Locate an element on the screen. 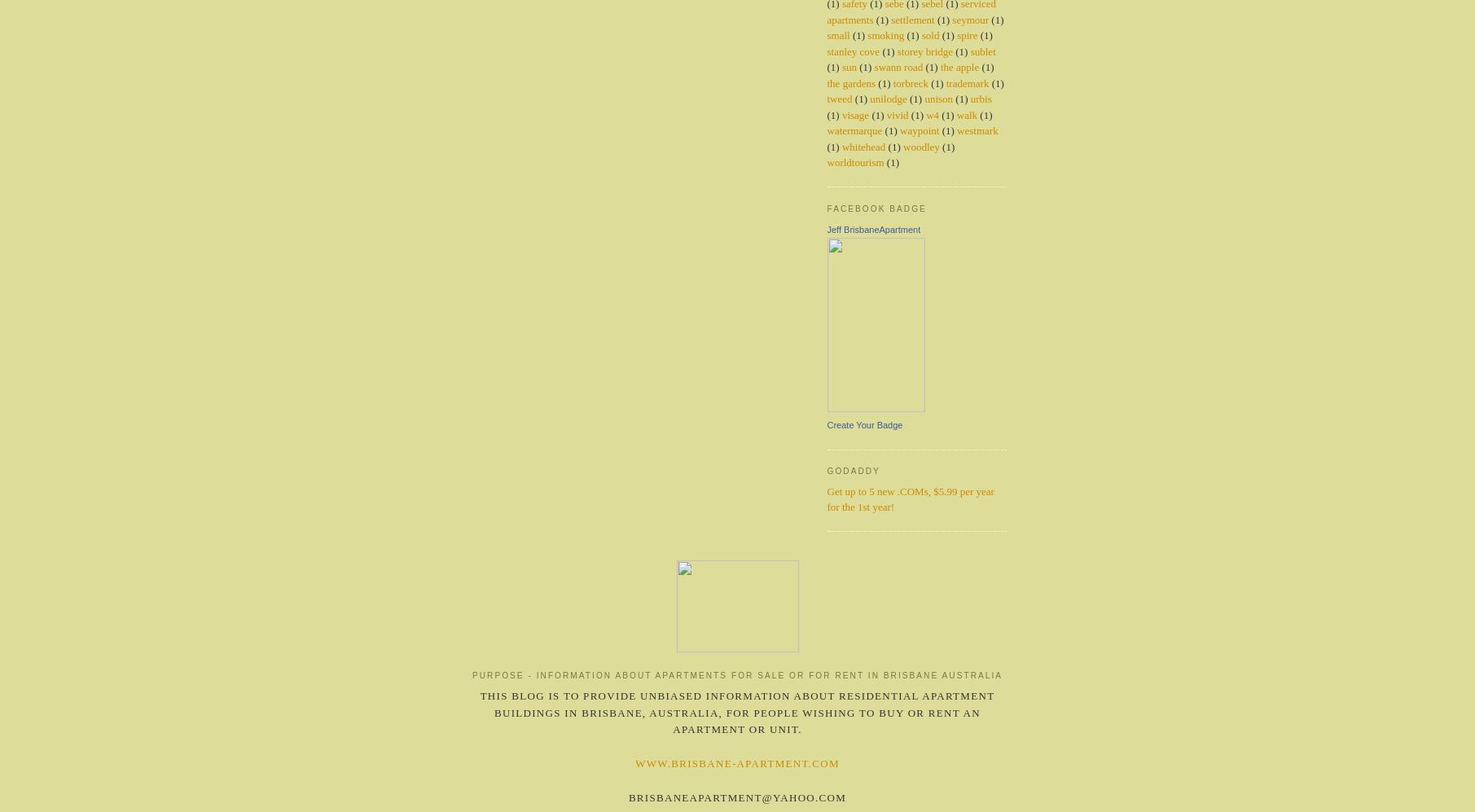 The width and height of the screenshot is (1475, 812). 'brisbaneapartment@yahoo.com' is located at coordinates (736, 796).